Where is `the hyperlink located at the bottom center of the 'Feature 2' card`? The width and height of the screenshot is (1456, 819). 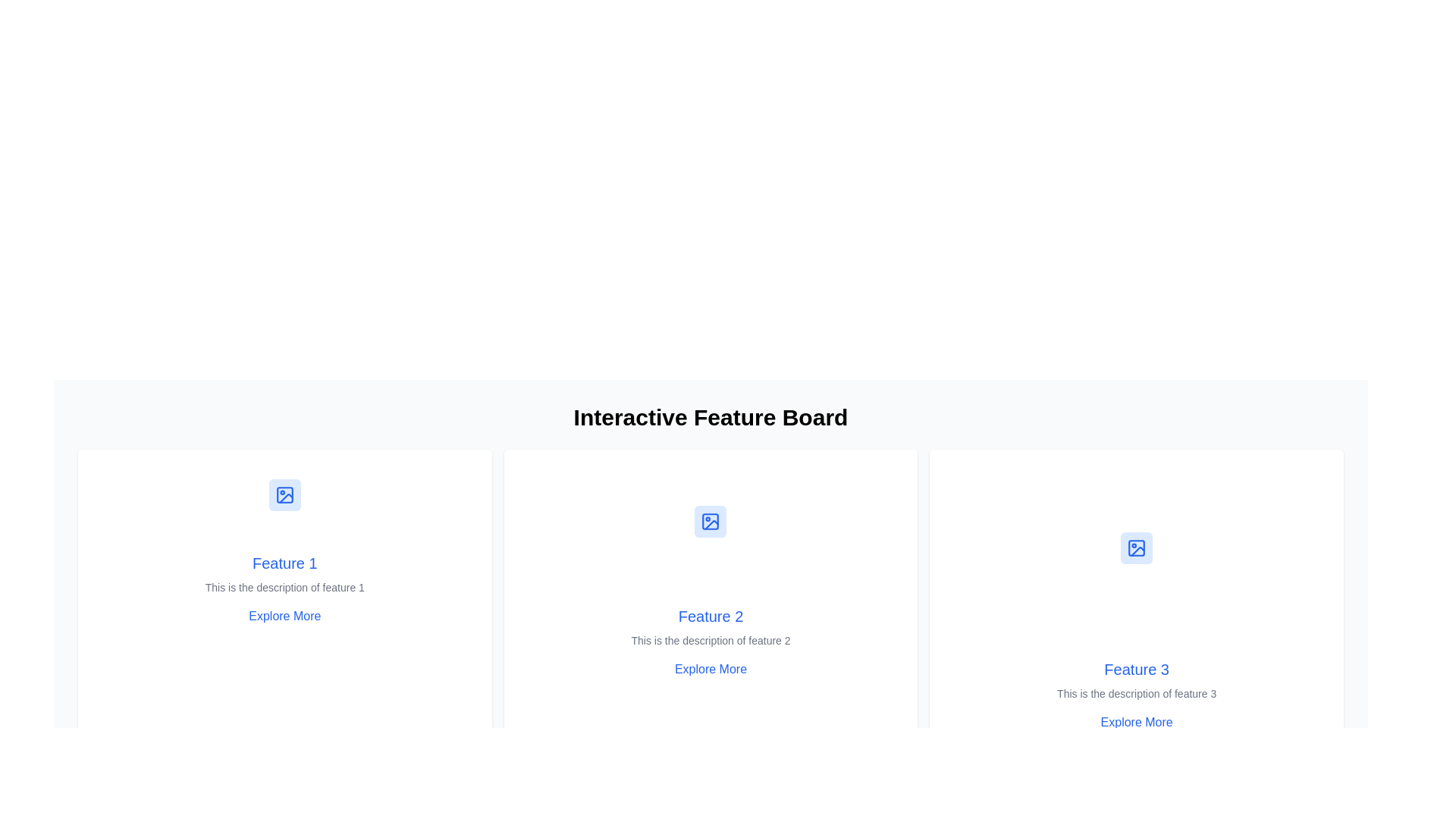 the hyperlink located at the bottom center of the 'Feature 2' card is located at coordinates (710, 669).